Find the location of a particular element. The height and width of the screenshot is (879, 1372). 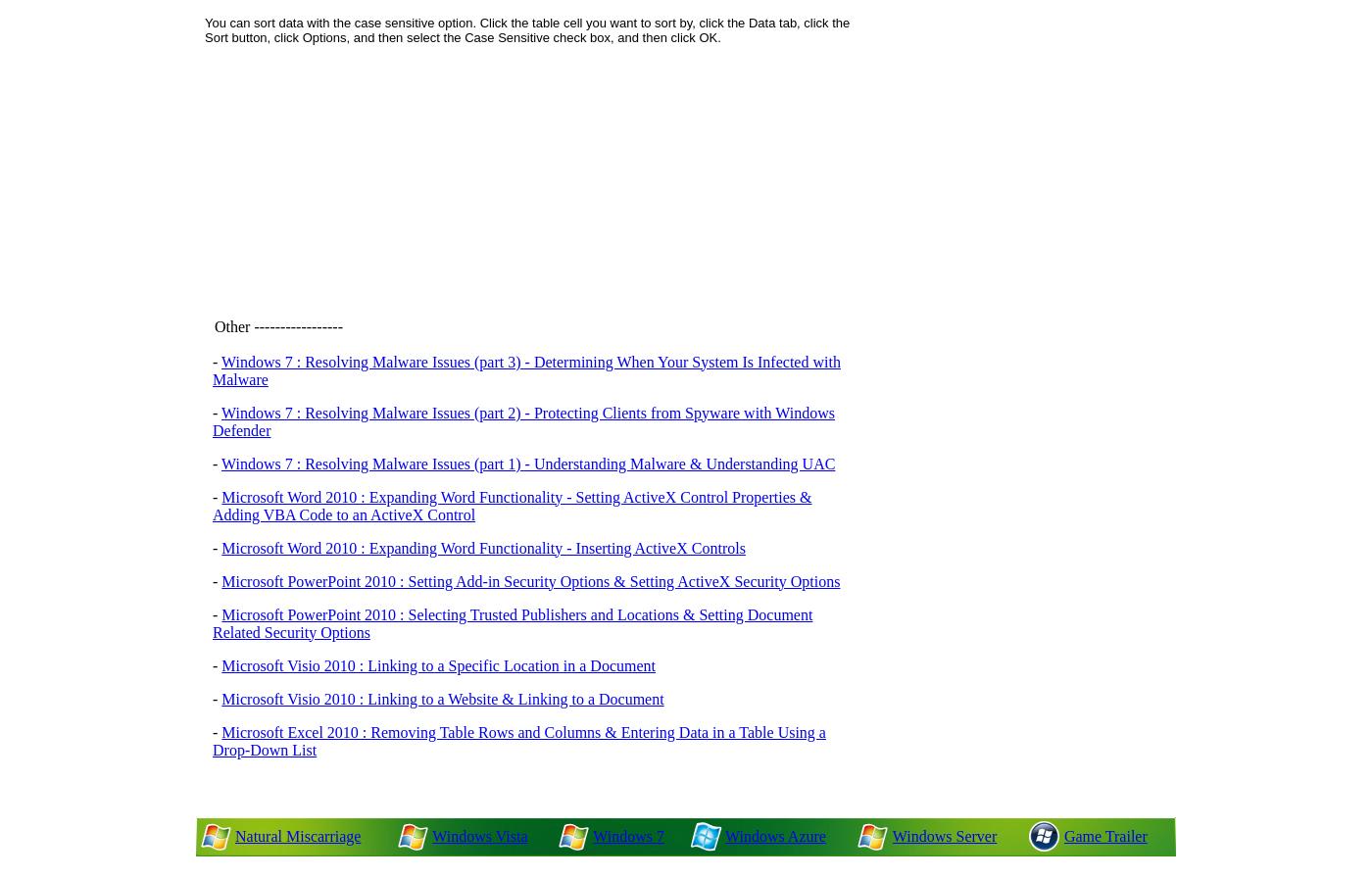

'Windows 7 : Resolving Malware Issues (part 2) - Protecting Clients from Spyware with Windows Defender' is located at coordinates (522, 419).